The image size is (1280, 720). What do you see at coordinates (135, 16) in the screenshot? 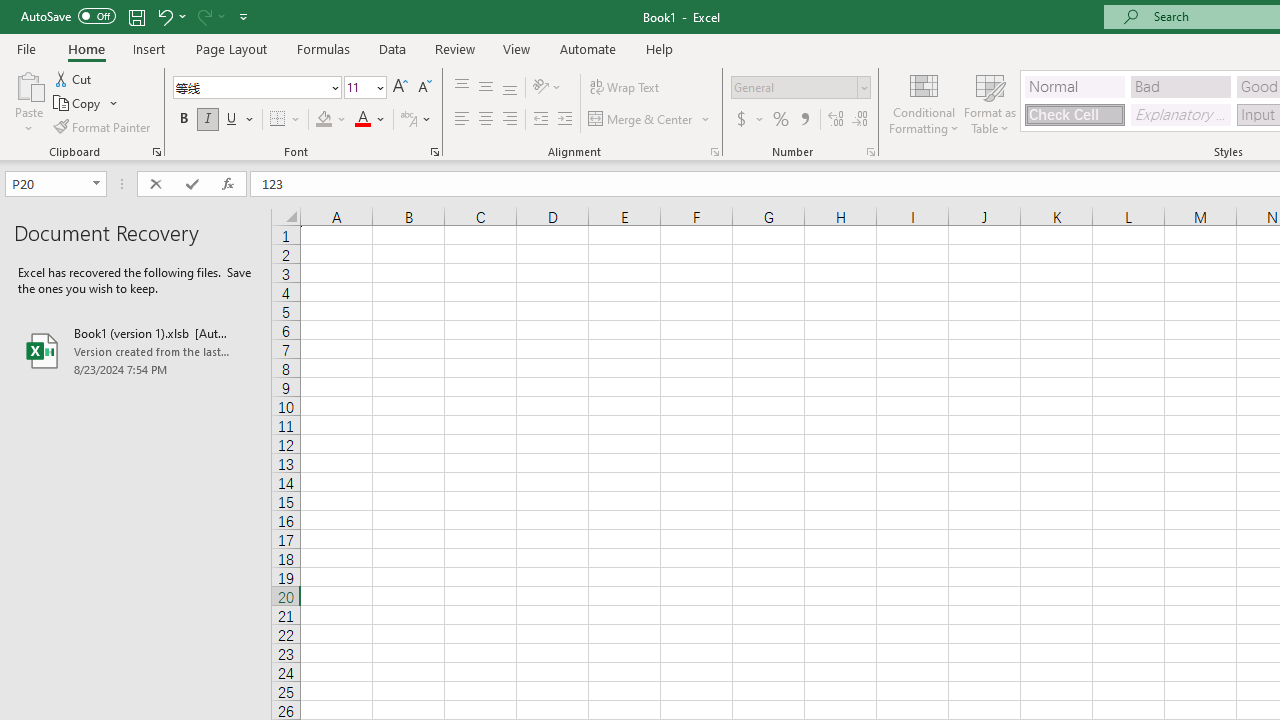
I see `'Save'` at bounding box center [135, 16].